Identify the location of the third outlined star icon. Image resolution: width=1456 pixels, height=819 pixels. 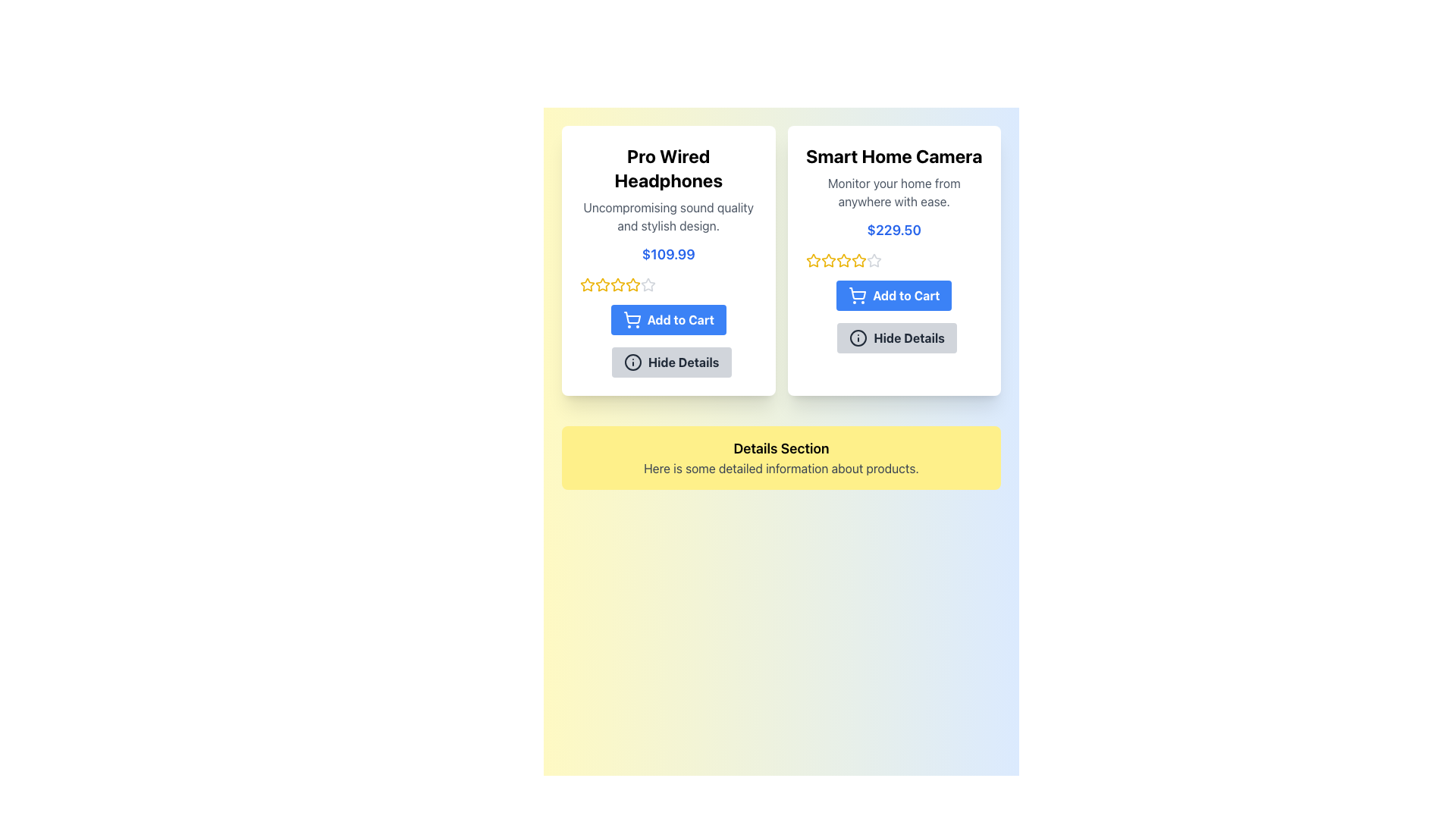
(843, 259).